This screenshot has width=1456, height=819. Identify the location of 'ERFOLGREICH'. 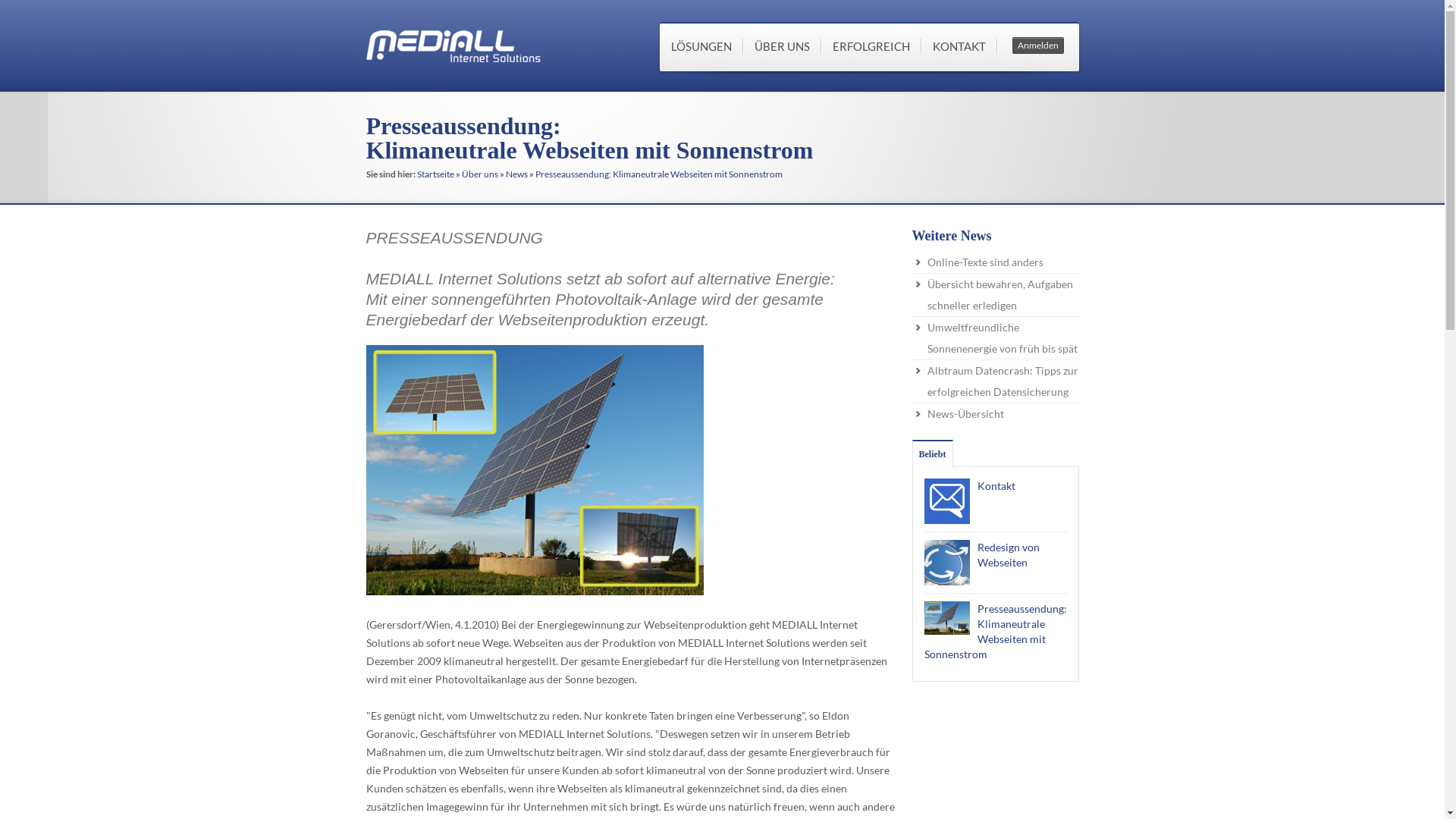
(870, 45).